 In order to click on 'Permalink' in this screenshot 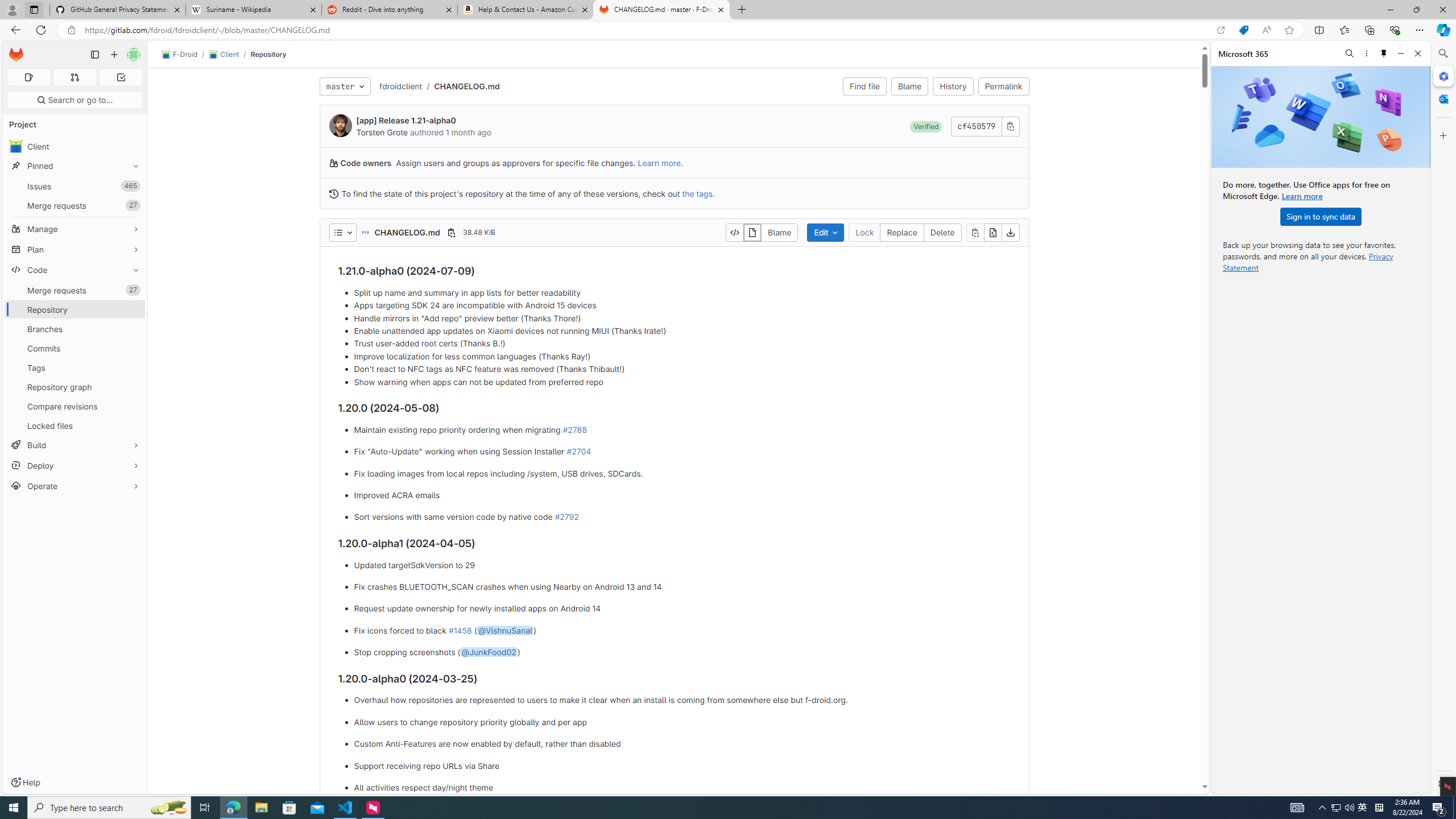, I will do `click(1002, 85)`.